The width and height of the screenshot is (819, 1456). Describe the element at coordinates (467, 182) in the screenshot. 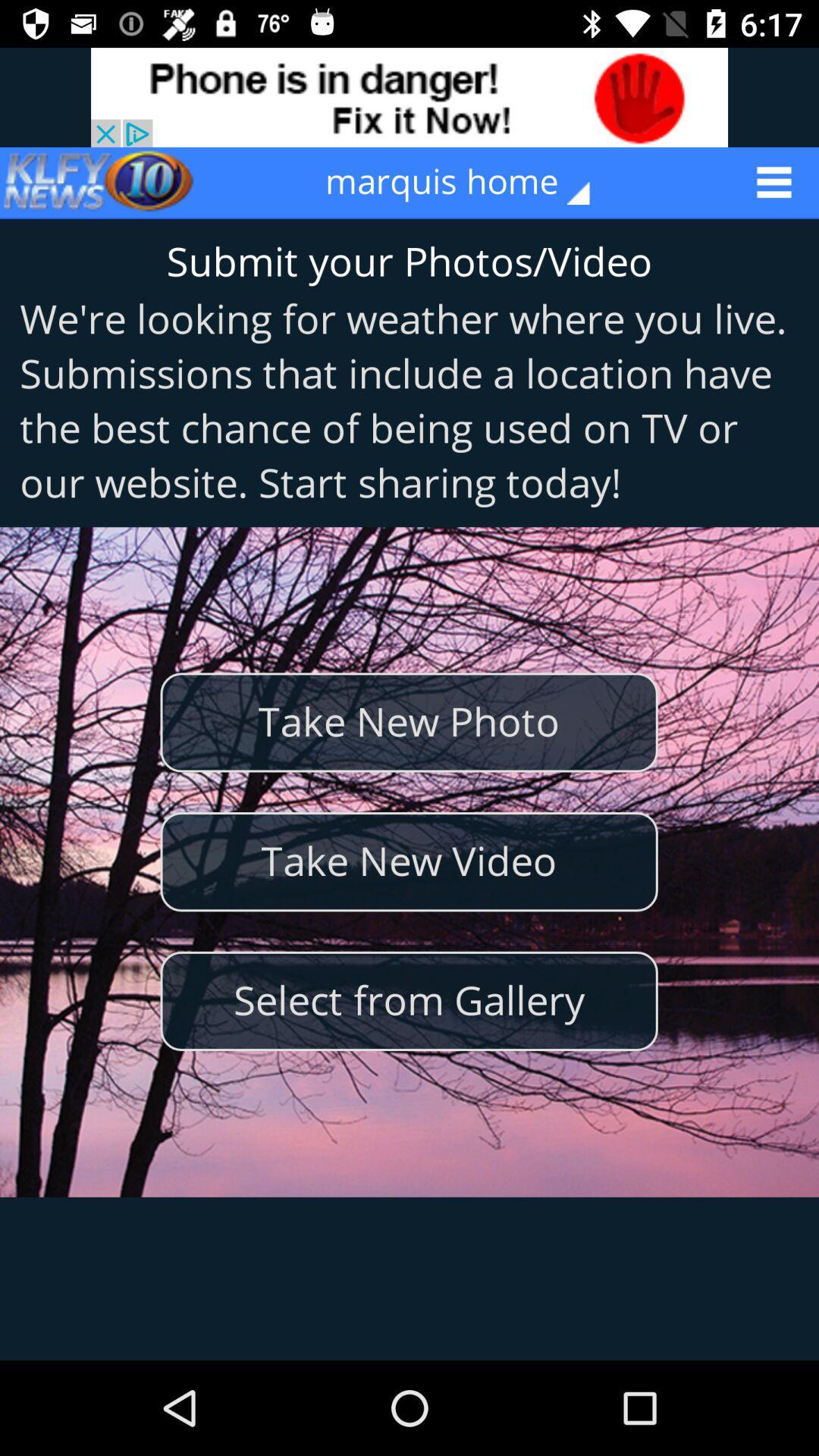

I see `the marquis home item` at that location.